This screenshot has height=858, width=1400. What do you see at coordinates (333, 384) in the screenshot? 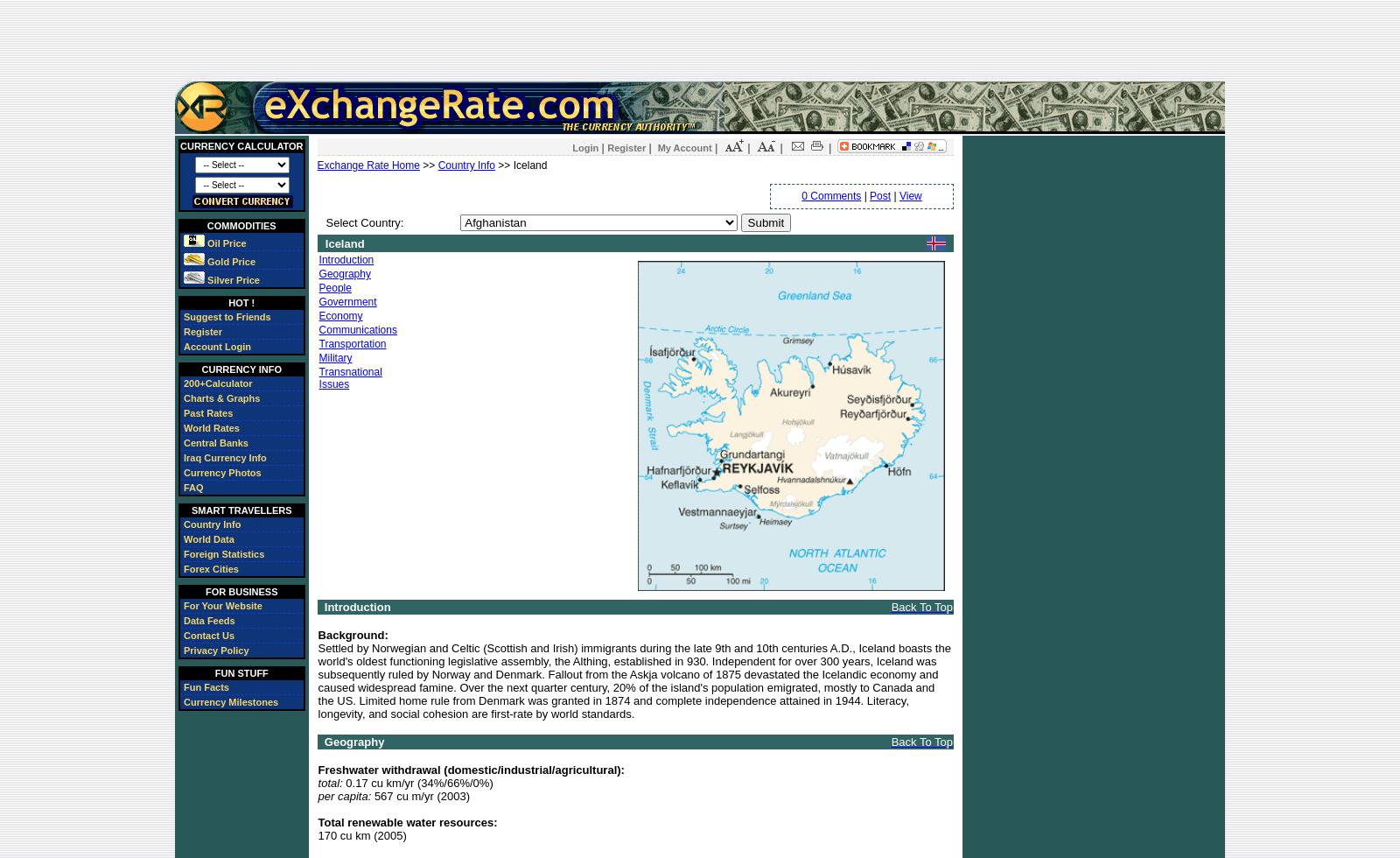
I see `'Issues'` at bounding box center [333, 384].